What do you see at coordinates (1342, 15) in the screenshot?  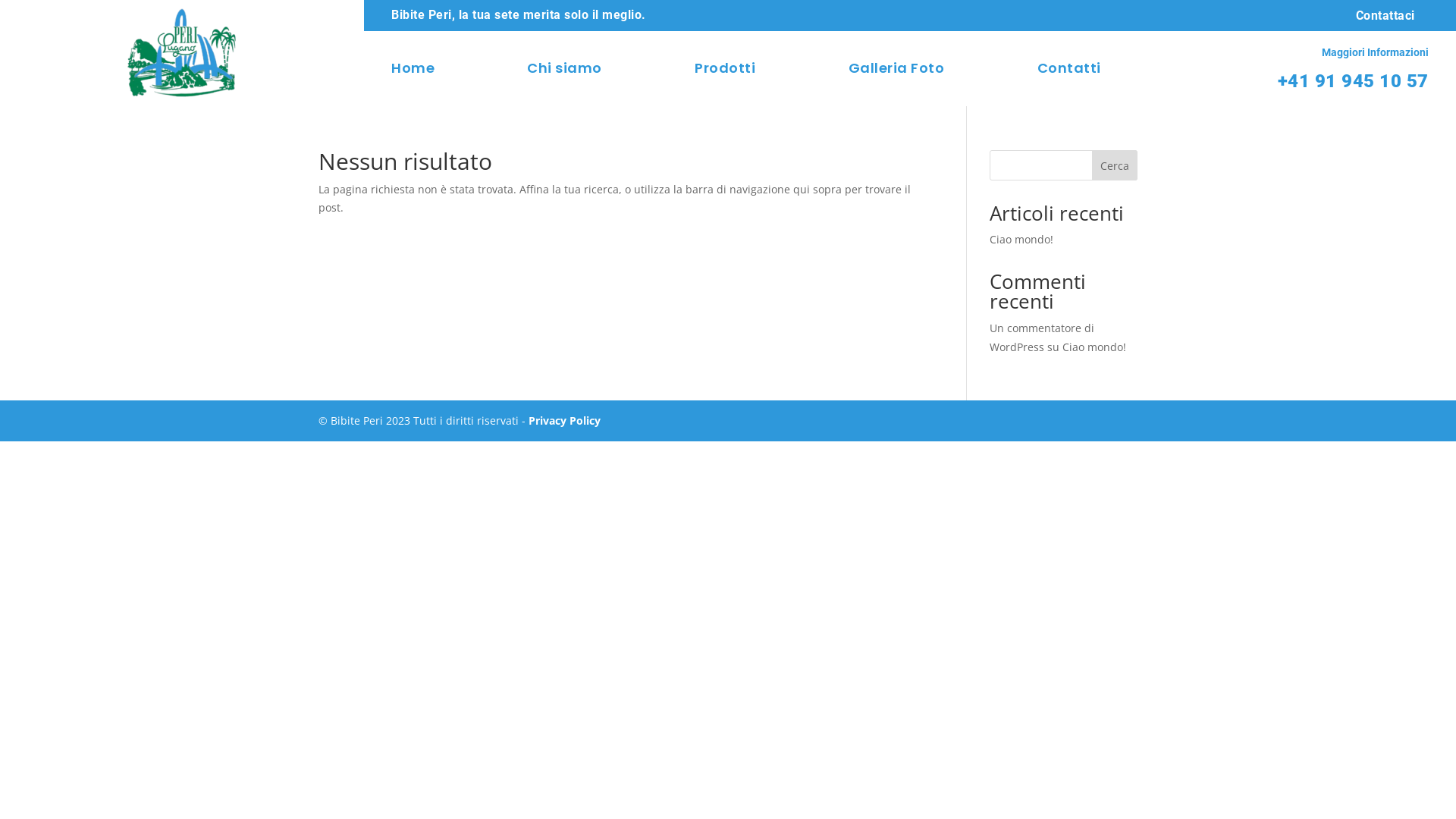 I see `'Contattaci'` at bounding box center [1342, 15].